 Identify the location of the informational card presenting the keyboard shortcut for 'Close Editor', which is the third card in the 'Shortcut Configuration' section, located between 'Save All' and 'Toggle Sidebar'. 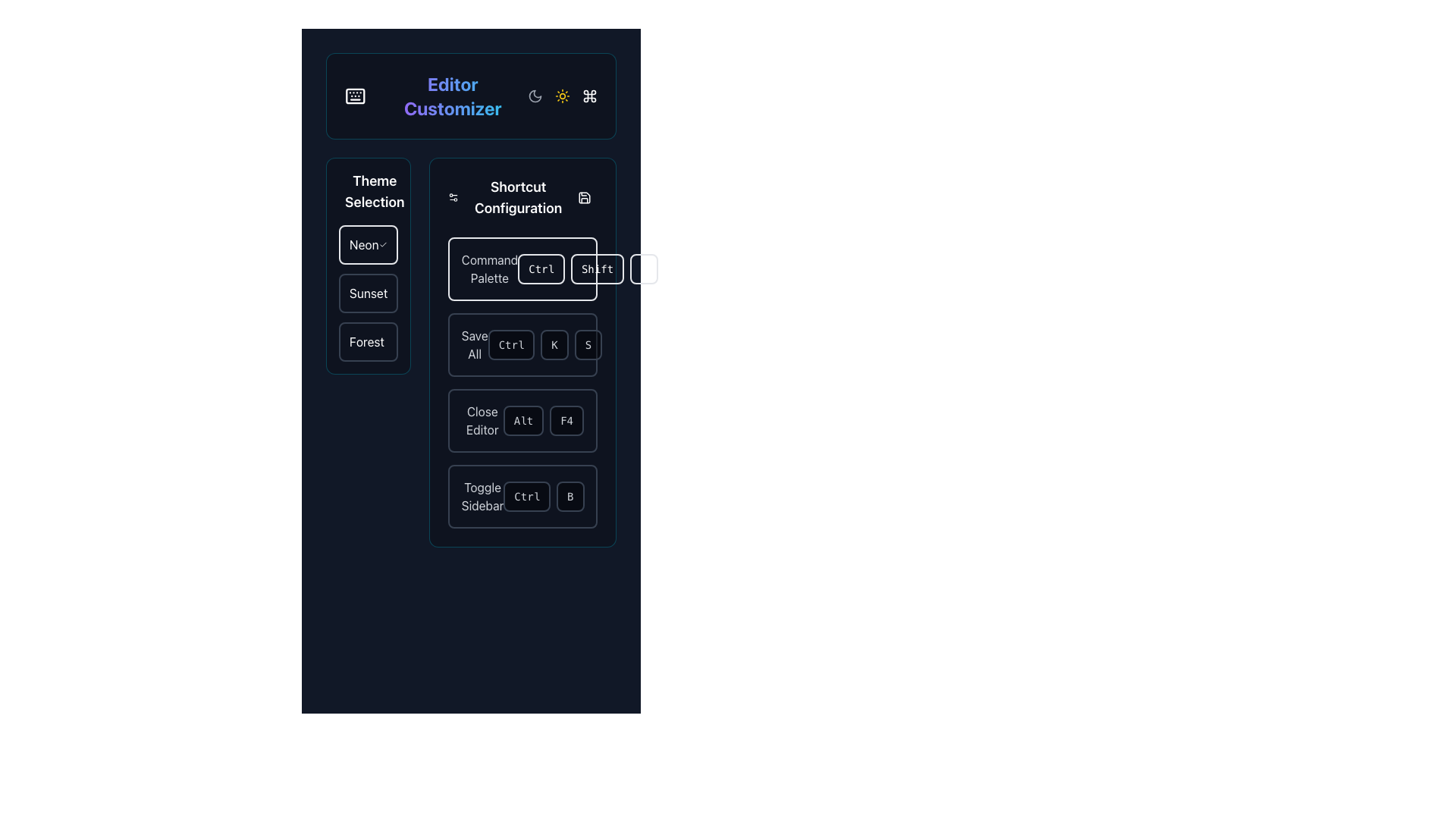
(522, 421).